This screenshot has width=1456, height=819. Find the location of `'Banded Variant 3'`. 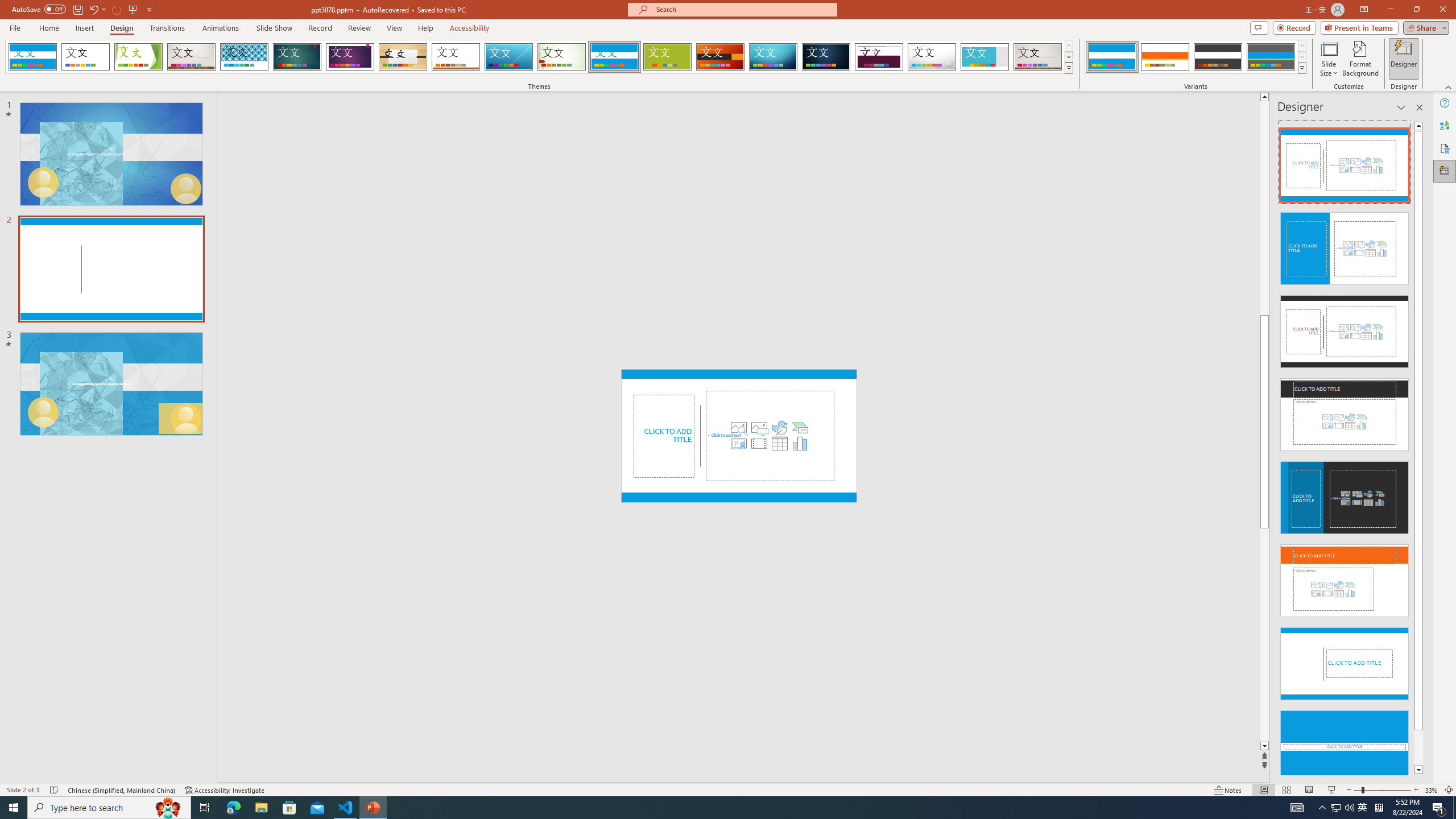

'Banded Variant 3' is located at coordinates (1217, 56).